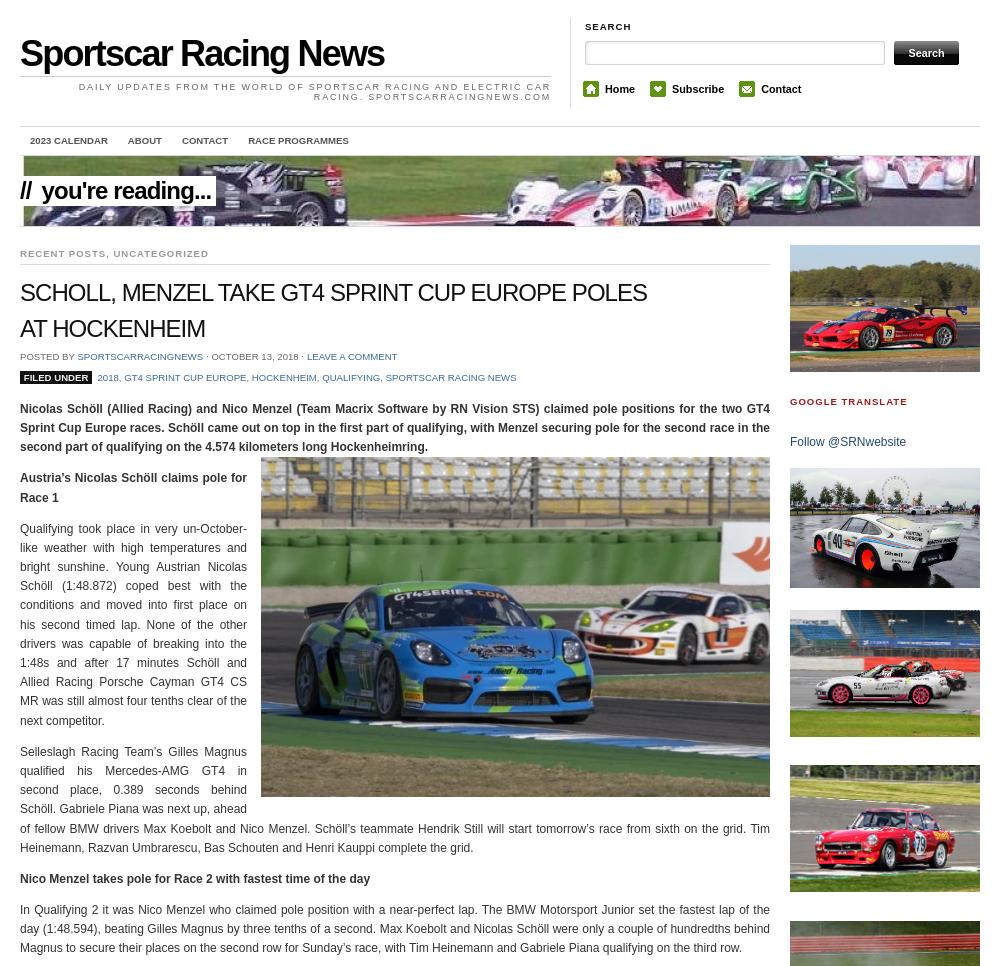 This screenshot has height=966, width=1000. What do you see at coordinates (313, 89) in the screenshot?
I see `'Daily updates from the  world of Sportscar Racing and Electric Car Racing.  sportscarracingnews.com'` at bounding box center [313, 89].